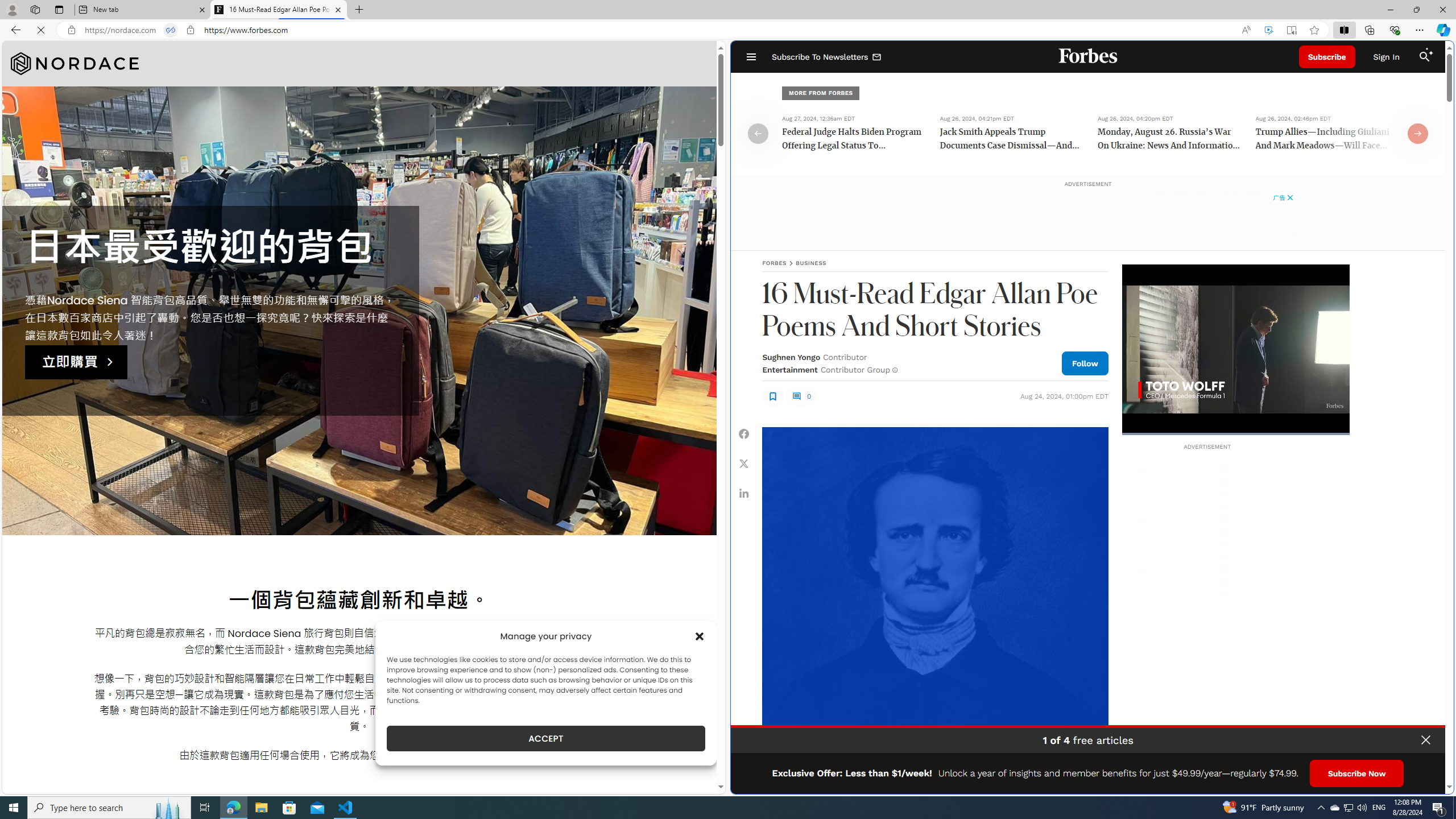  Describe the element at coordinates (1417, 133) in the screenshot. I see `'Class: fs-icon fs-icon--arrow-right'` at that location.